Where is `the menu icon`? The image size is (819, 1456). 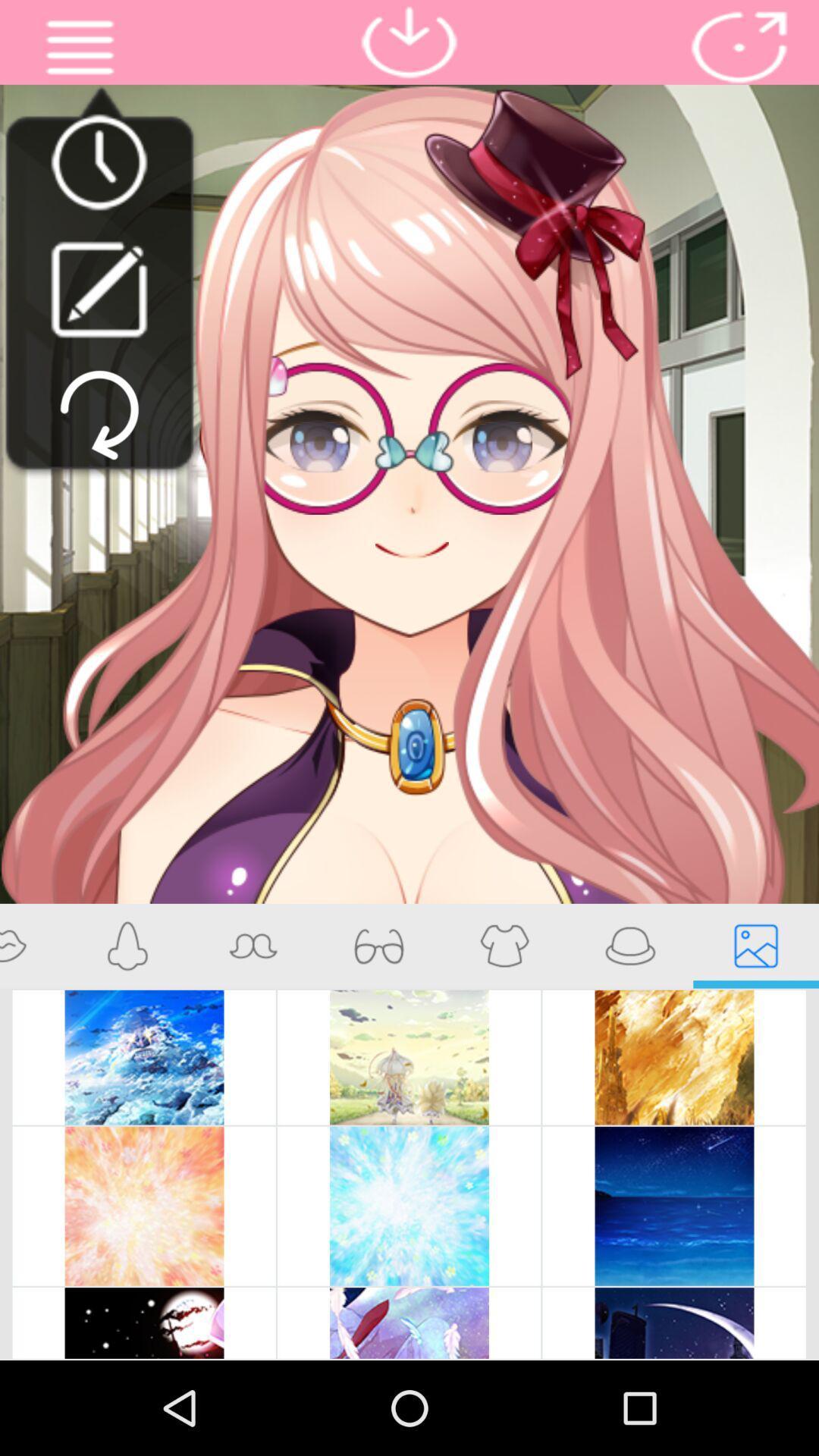
the menu icon is located at coordinates (80, 51).